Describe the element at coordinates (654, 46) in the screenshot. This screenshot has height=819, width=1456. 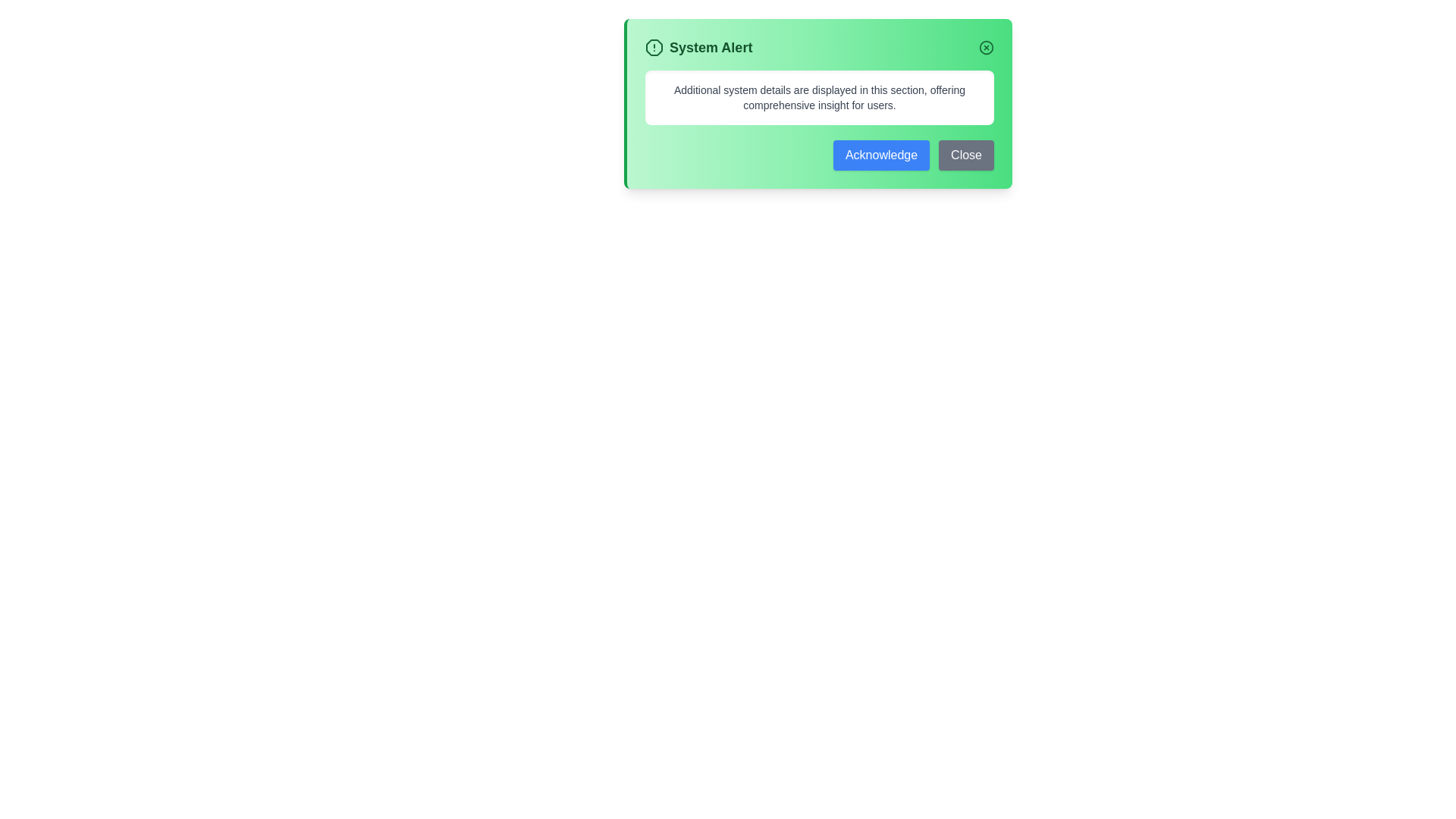
I see `the alert icon to observe its hover effect` at that location.